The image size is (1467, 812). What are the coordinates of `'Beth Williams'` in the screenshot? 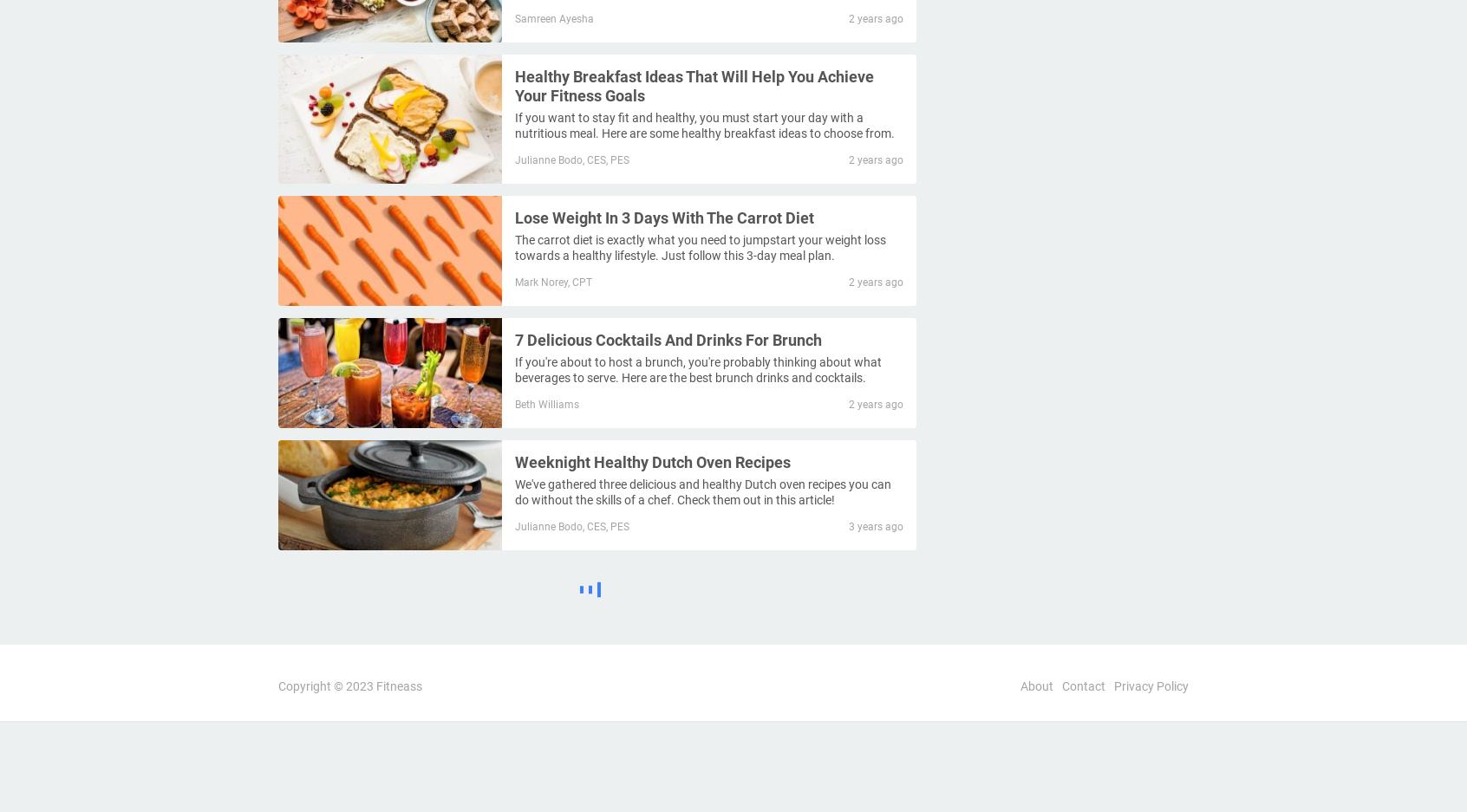 It's located at (544, 402).